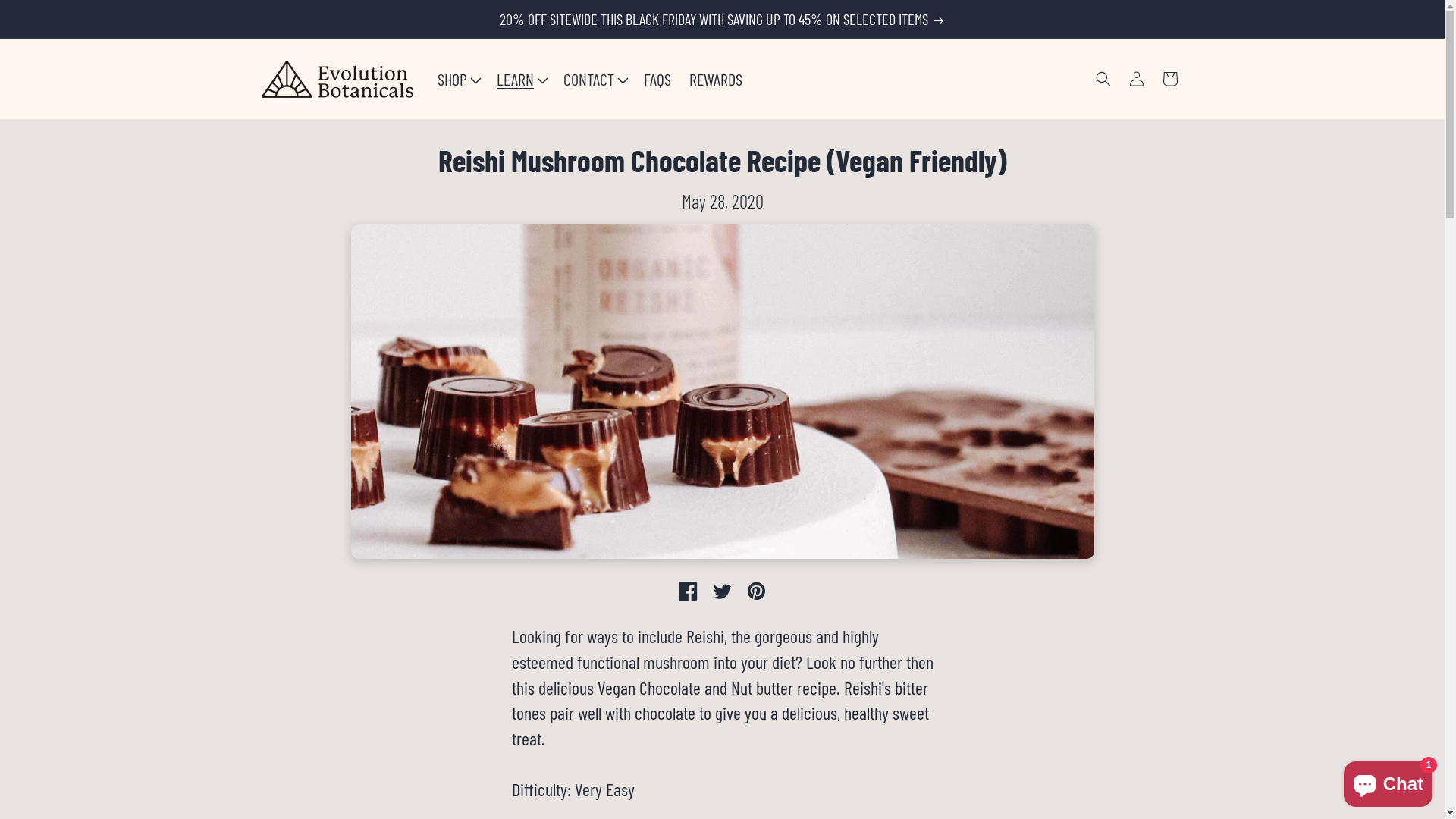 The width and height of the screenshot is (1456, 819). Describe the element at coordinates (679, 79) in the screenshot. I see `'REWARDS'` at that location.